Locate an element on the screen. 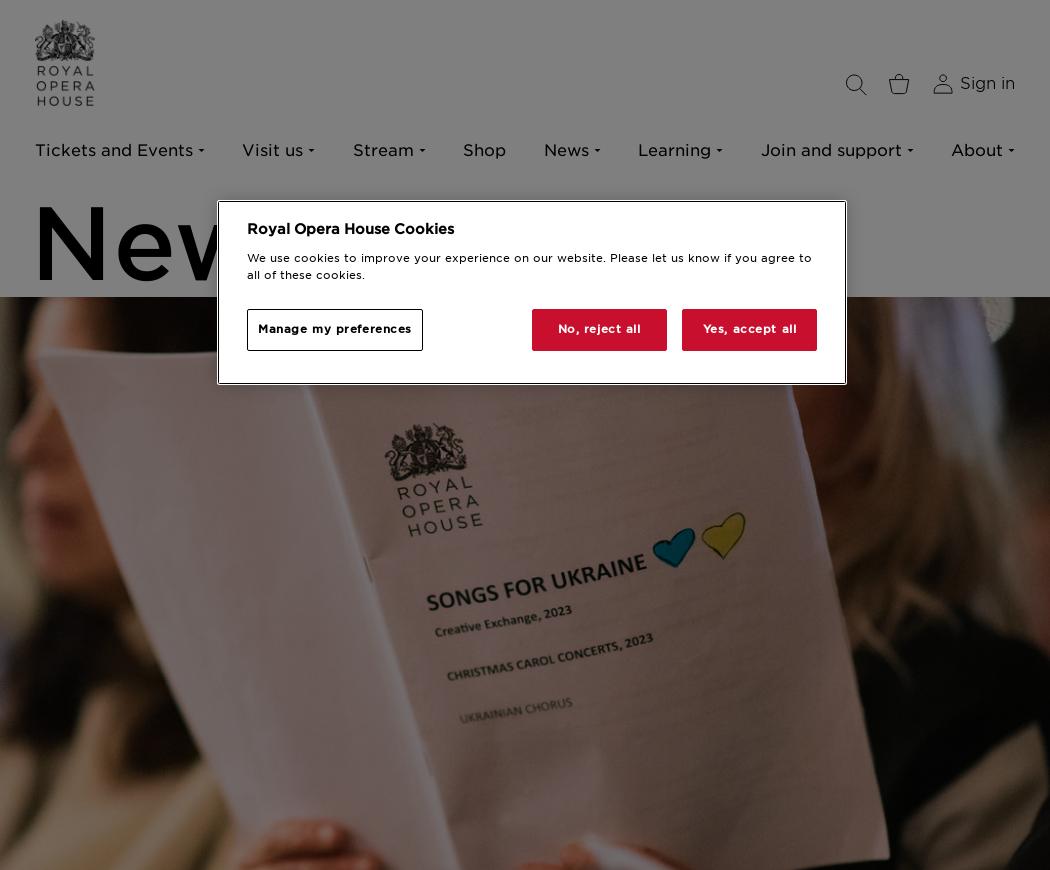  'Tickets and Events' is located at coordinates (113, 149).